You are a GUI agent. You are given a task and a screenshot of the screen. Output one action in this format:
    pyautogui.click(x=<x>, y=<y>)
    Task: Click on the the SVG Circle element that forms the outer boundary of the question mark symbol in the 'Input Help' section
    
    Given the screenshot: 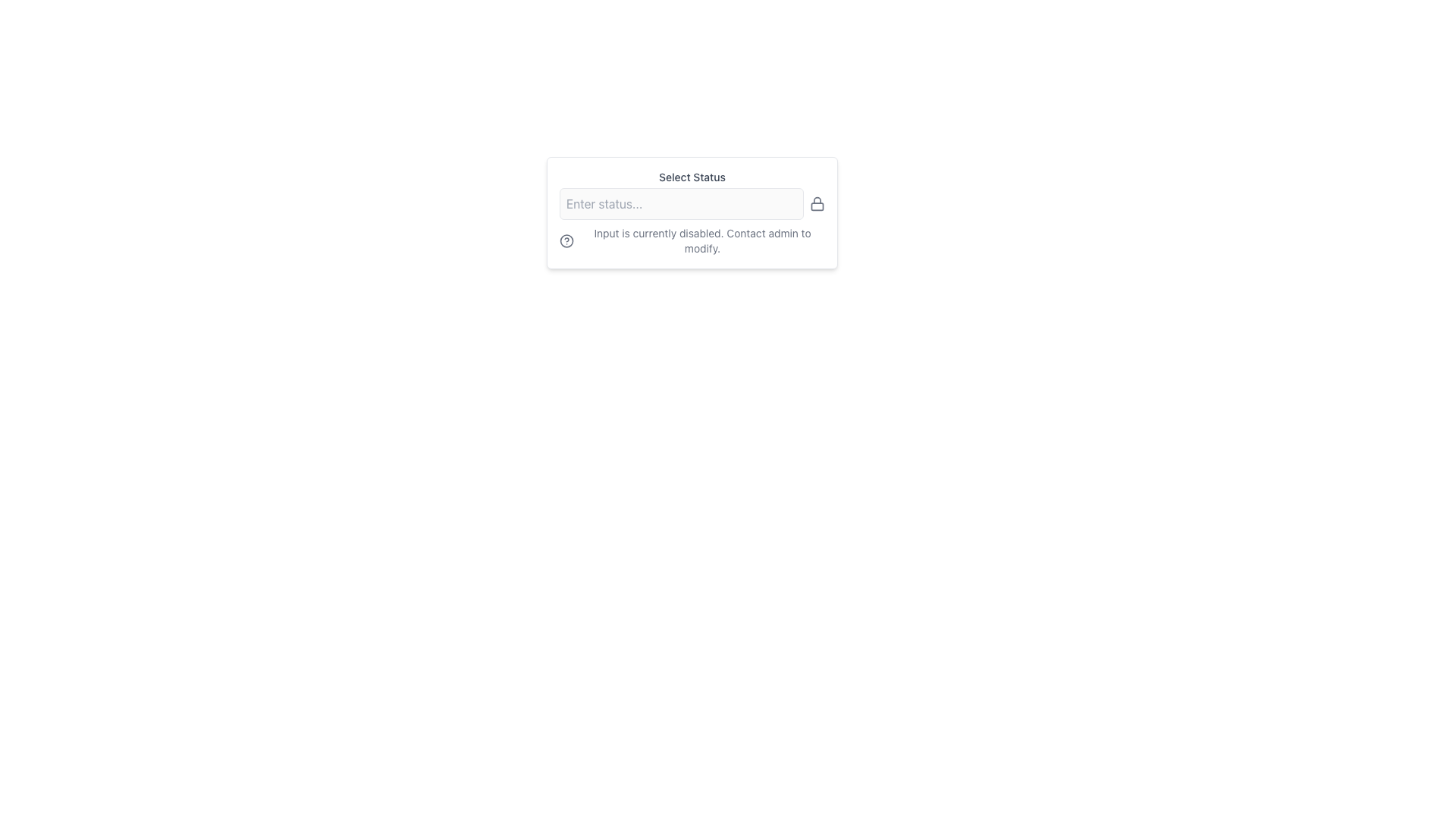 What is the action you would take?
    pyautogui.click(x=566, y=240)
    